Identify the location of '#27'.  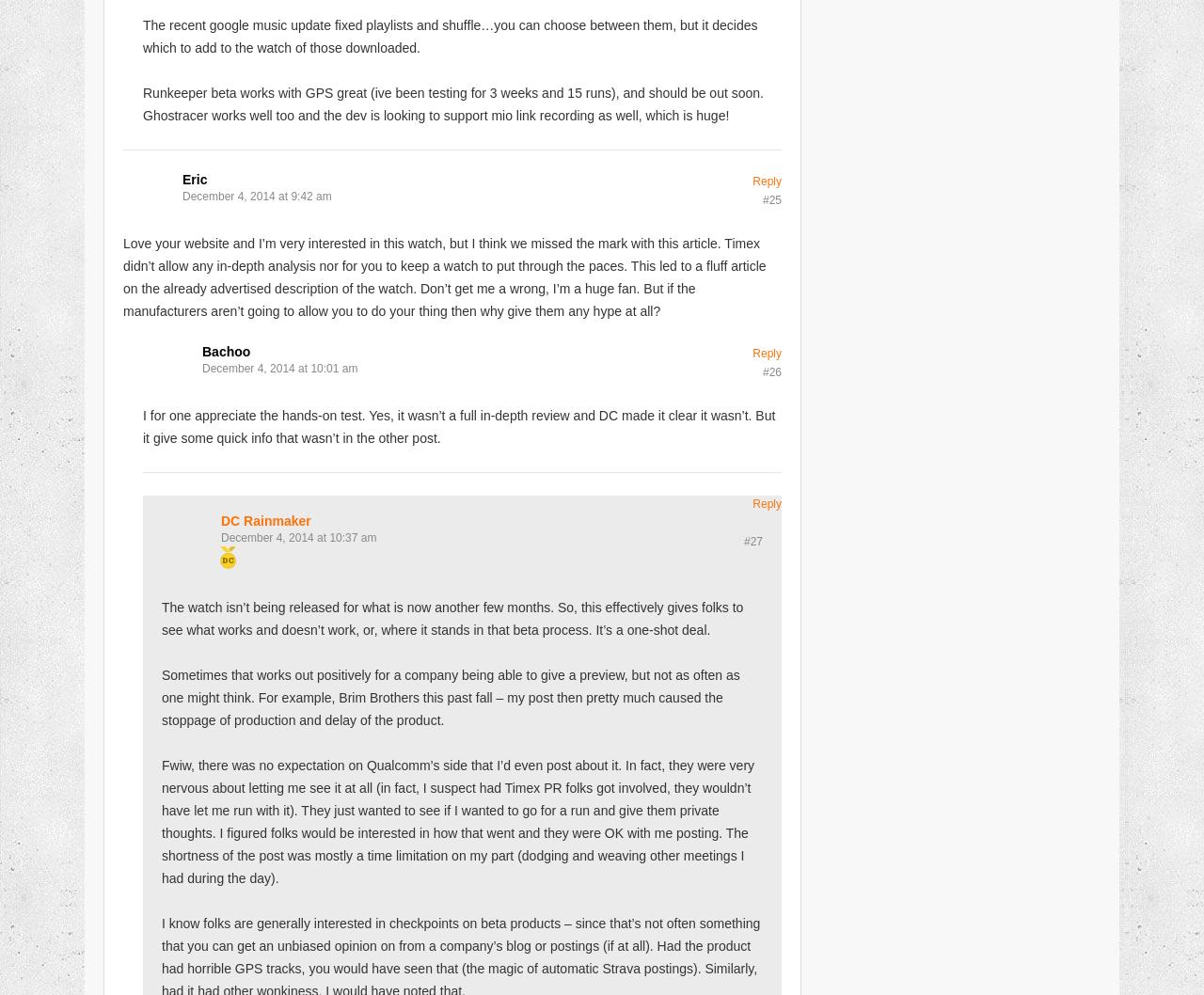
(742, 541).